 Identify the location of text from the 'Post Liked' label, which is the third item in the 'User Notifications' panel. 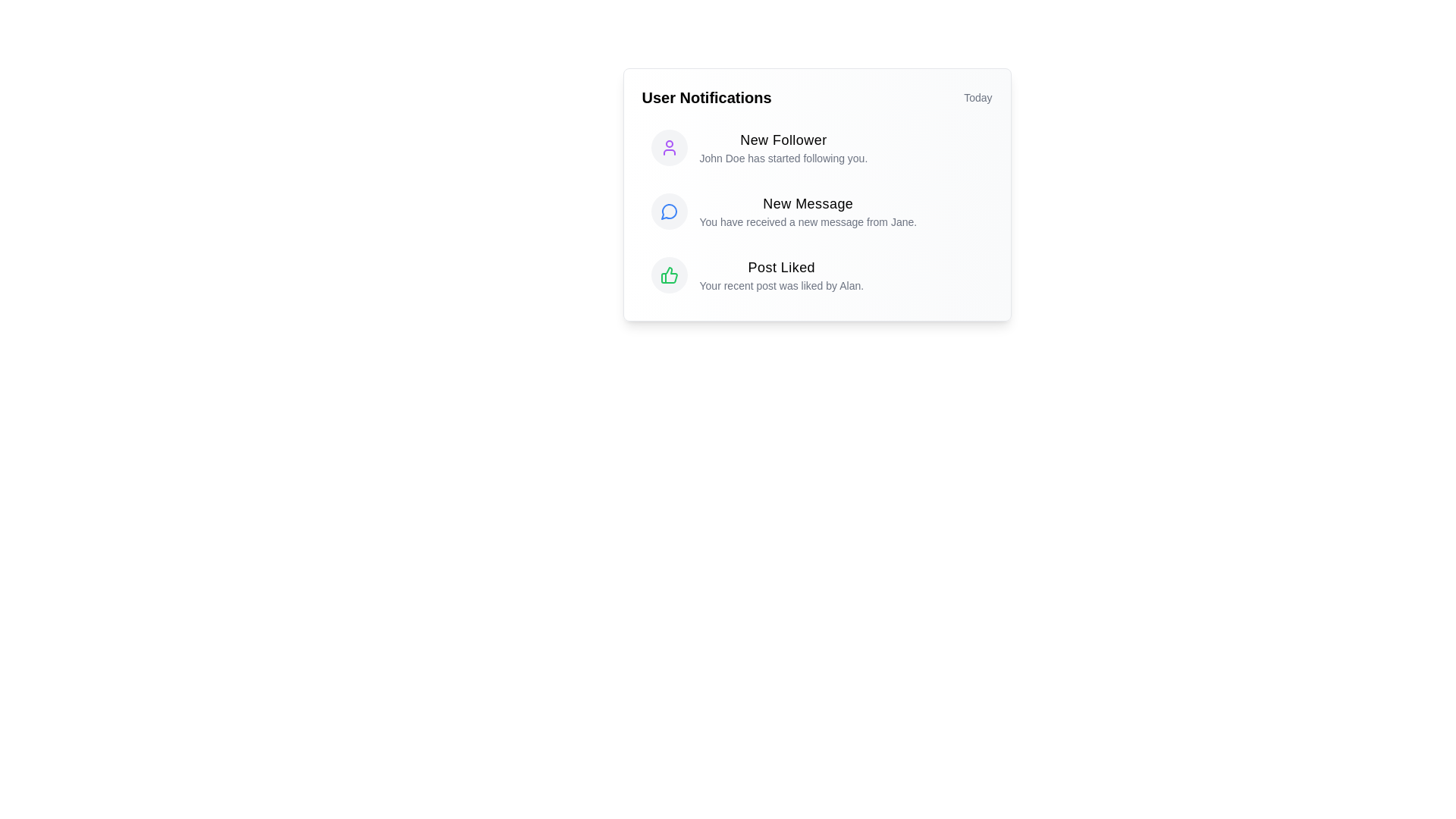
(781, 267).